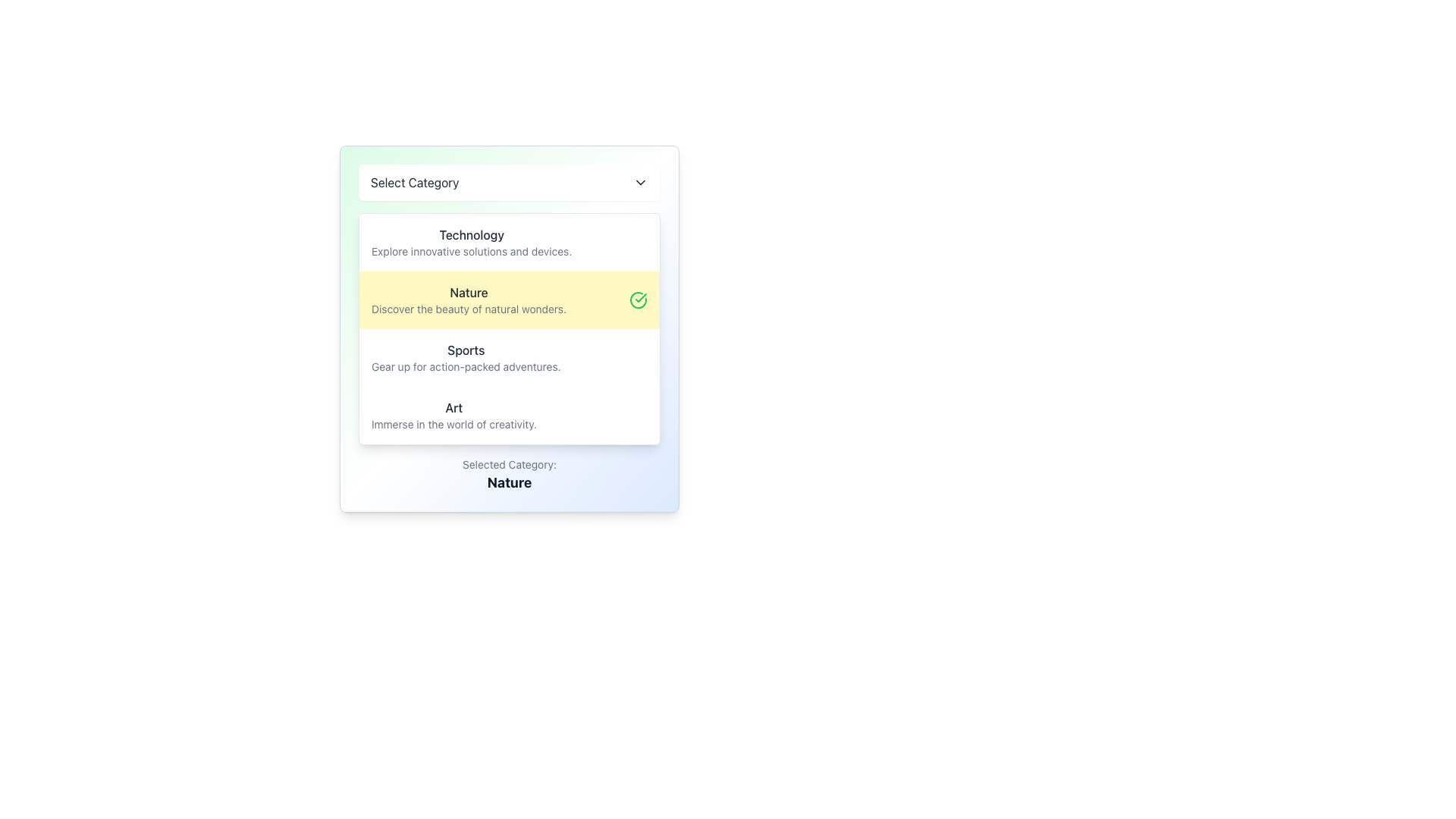  I want to click on the 'Sports' option in the dropdown menu, so click(465, 357).